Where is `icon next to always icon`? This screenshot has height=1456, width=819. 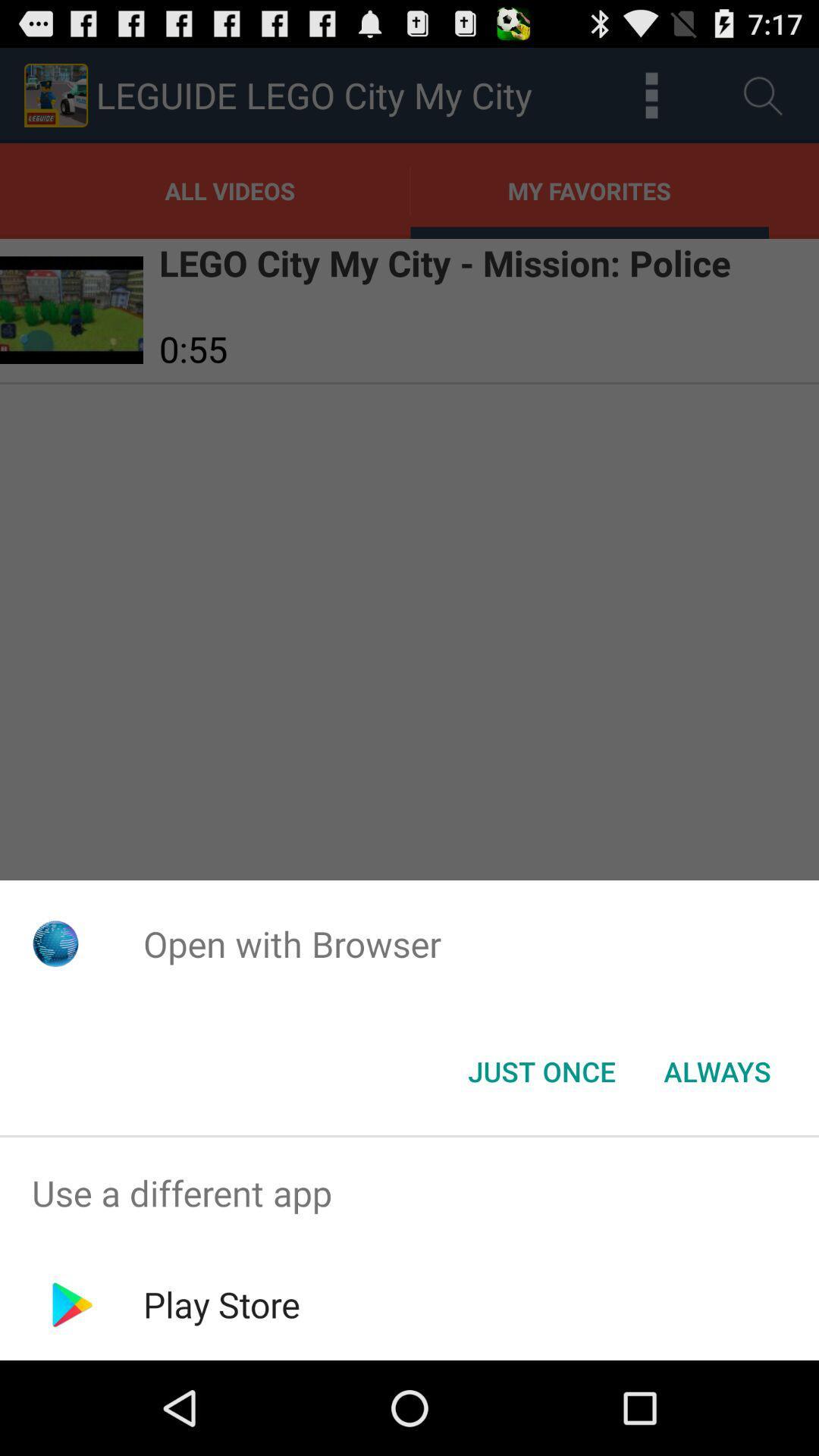 icon next to always icon is located at coordinates (541, 1070).